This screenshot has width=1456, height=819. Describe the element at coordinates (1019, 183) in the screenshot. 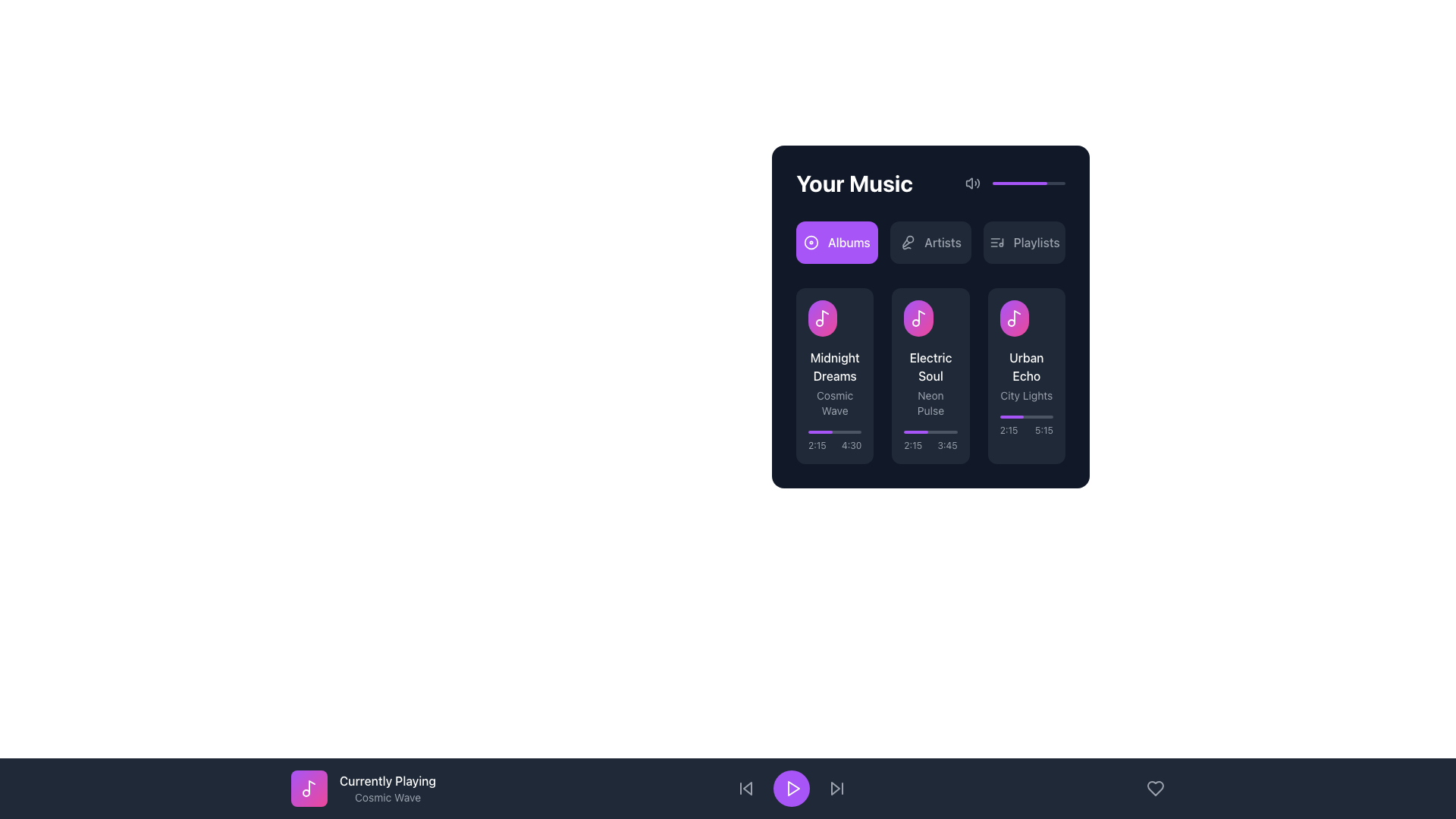

I see `the purple progress bar segment located in the top-right corner of the interface, which is part of a progress indicator` at that location.